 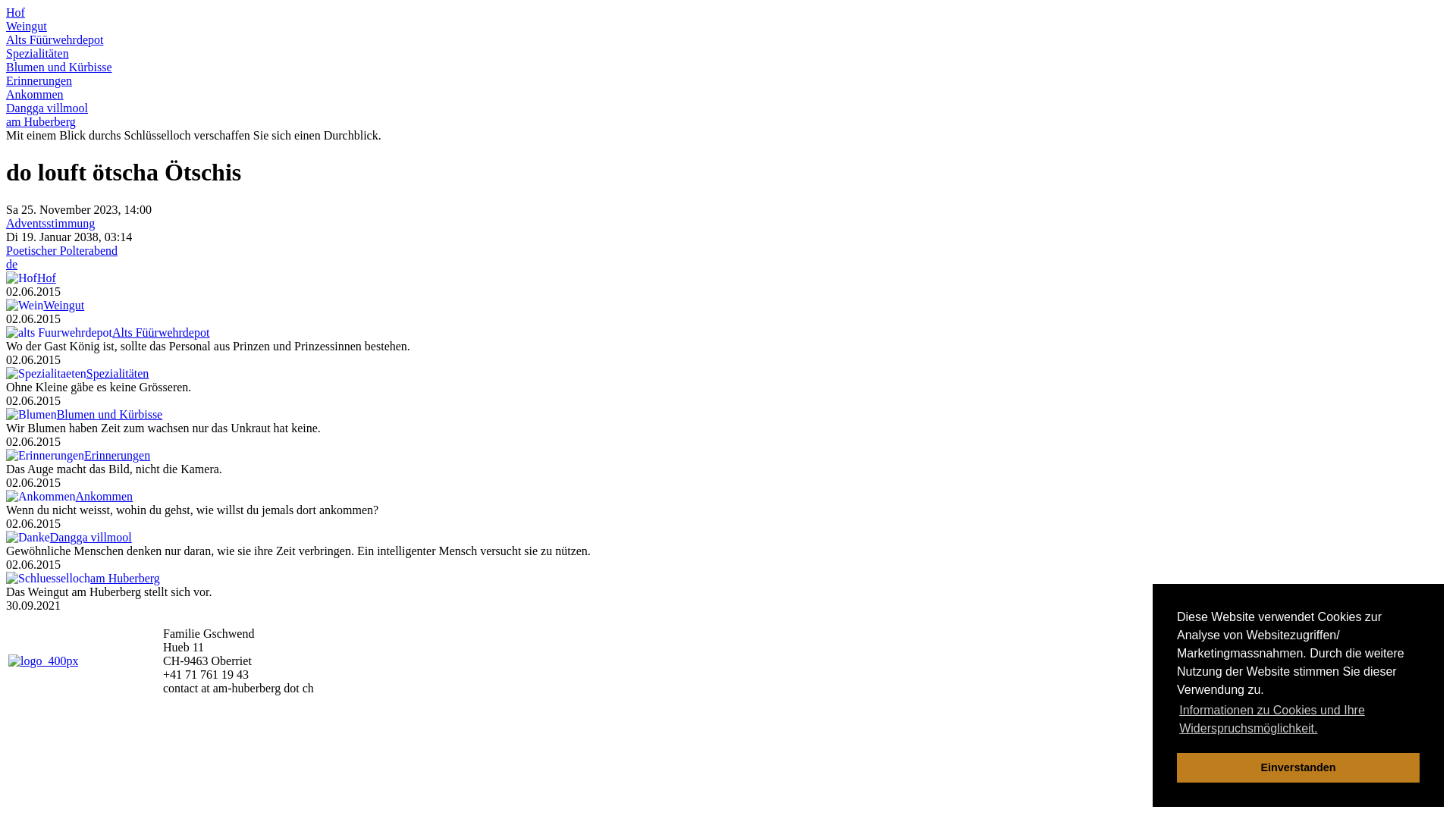 I want to click on 'Hof', so click(x=6, y=278).